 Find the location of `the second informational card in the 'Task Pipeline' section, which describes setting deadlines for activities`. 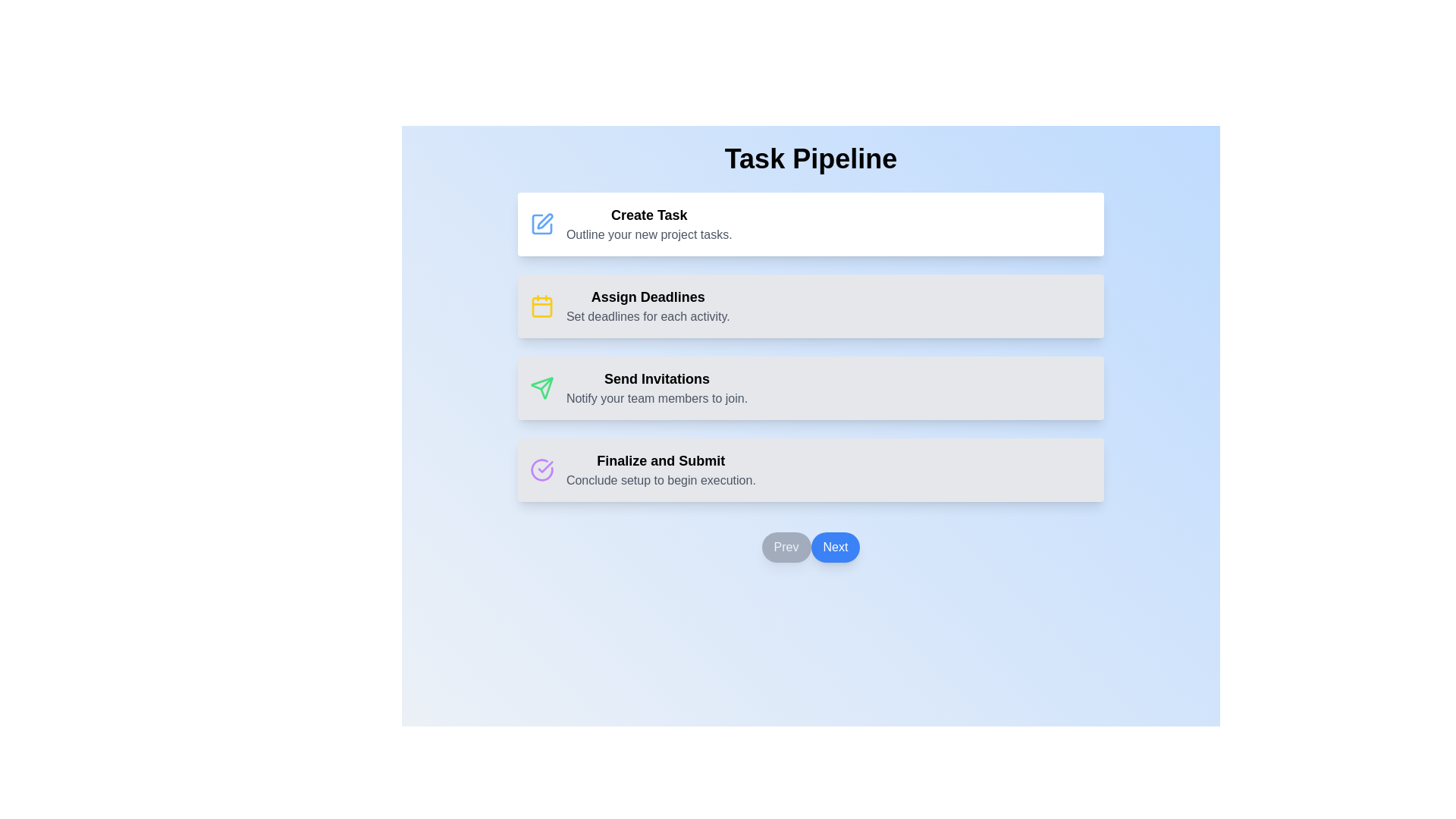

the second informational card in the 'Task Pipeline' section, which describes setting deadlines for activities is located at coordinates (810, 306).